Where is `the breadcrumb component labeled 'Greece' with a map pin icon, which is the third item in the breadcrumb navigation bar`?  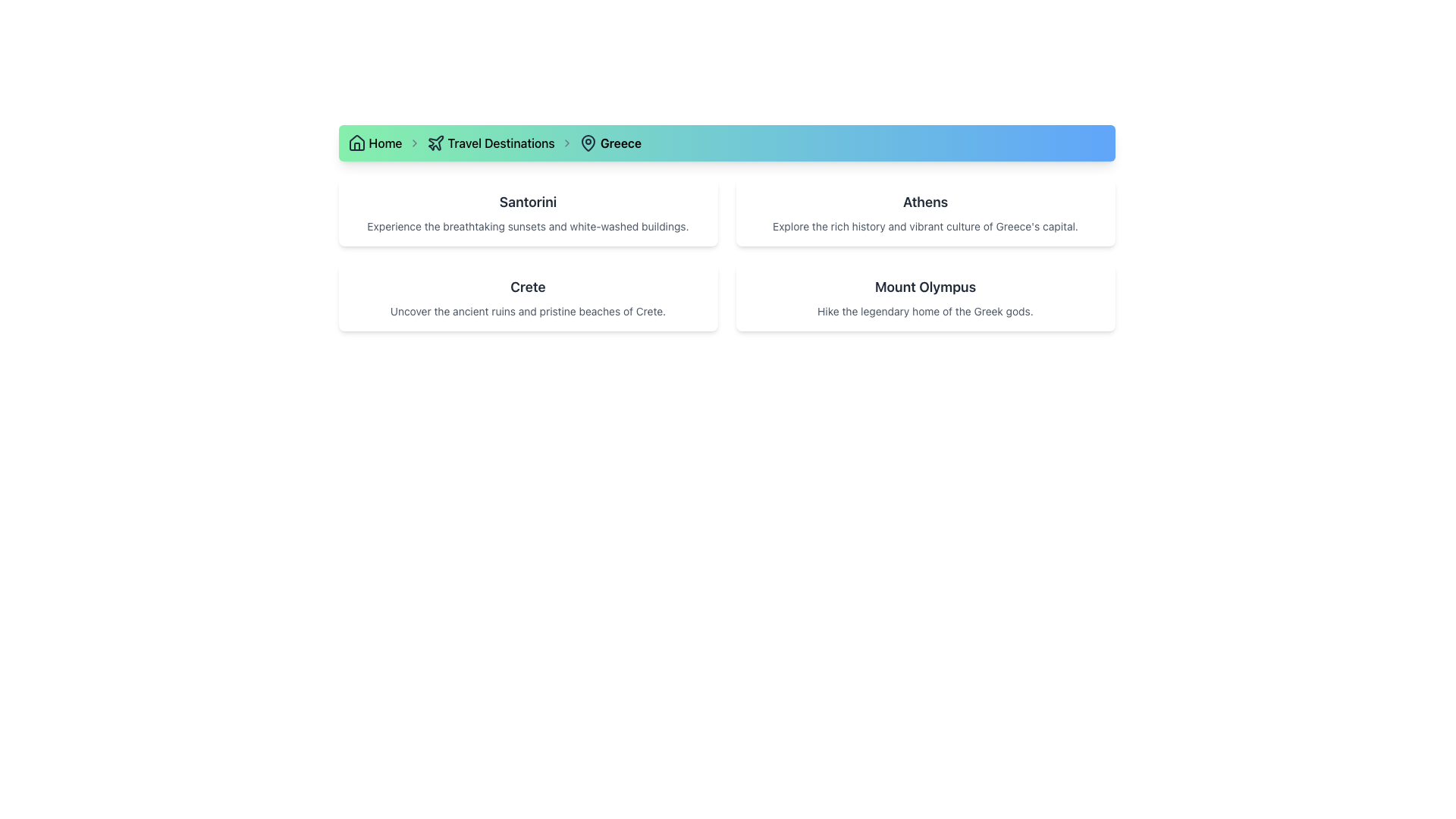 the breadcrumb component labeled 'Greece' with a map pin icon, which is the third item in the breadcrumb navigation bar is located at coordinates (610, 143).